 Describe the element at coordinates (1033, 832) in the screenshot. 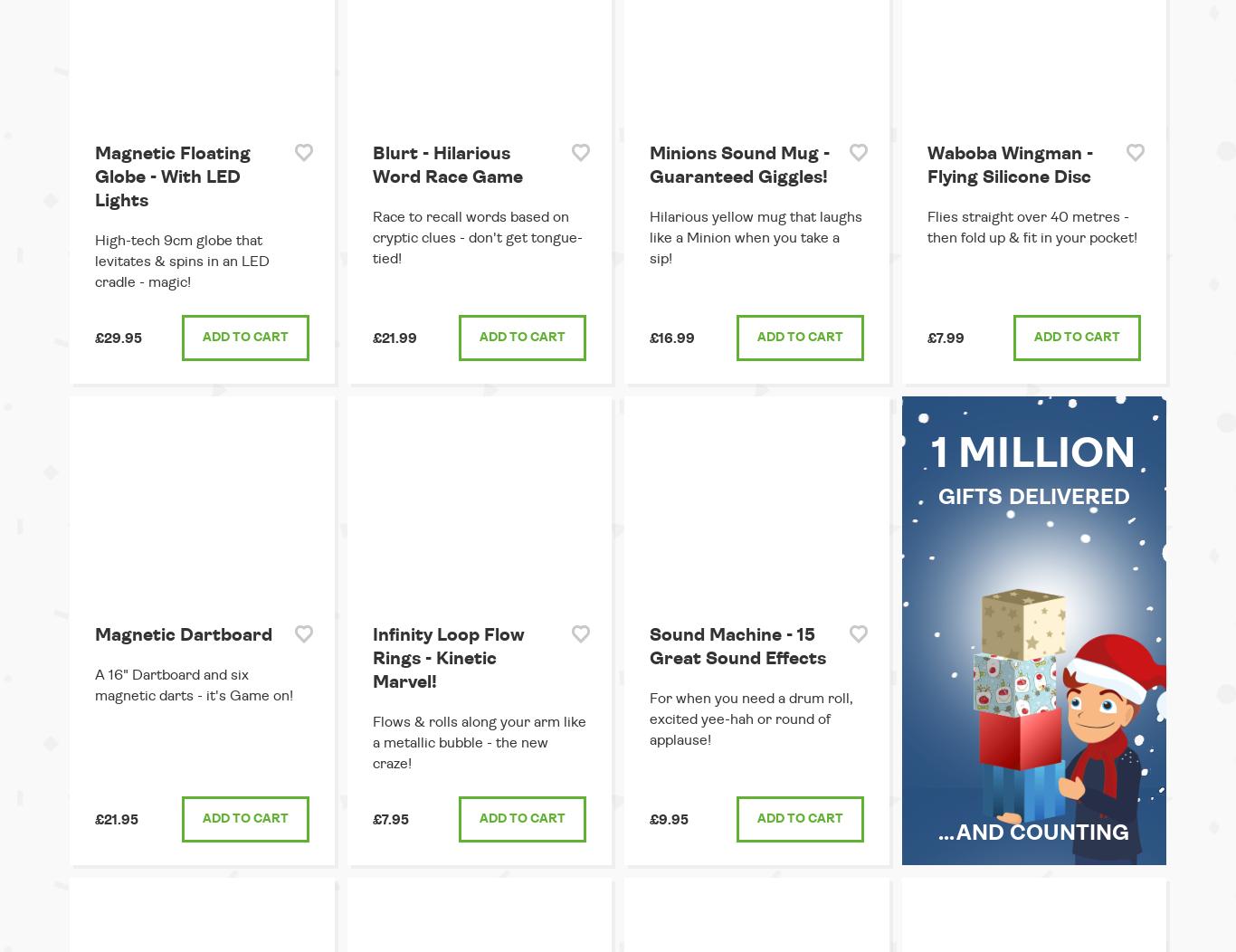

I see `'...and counting'` at that location.